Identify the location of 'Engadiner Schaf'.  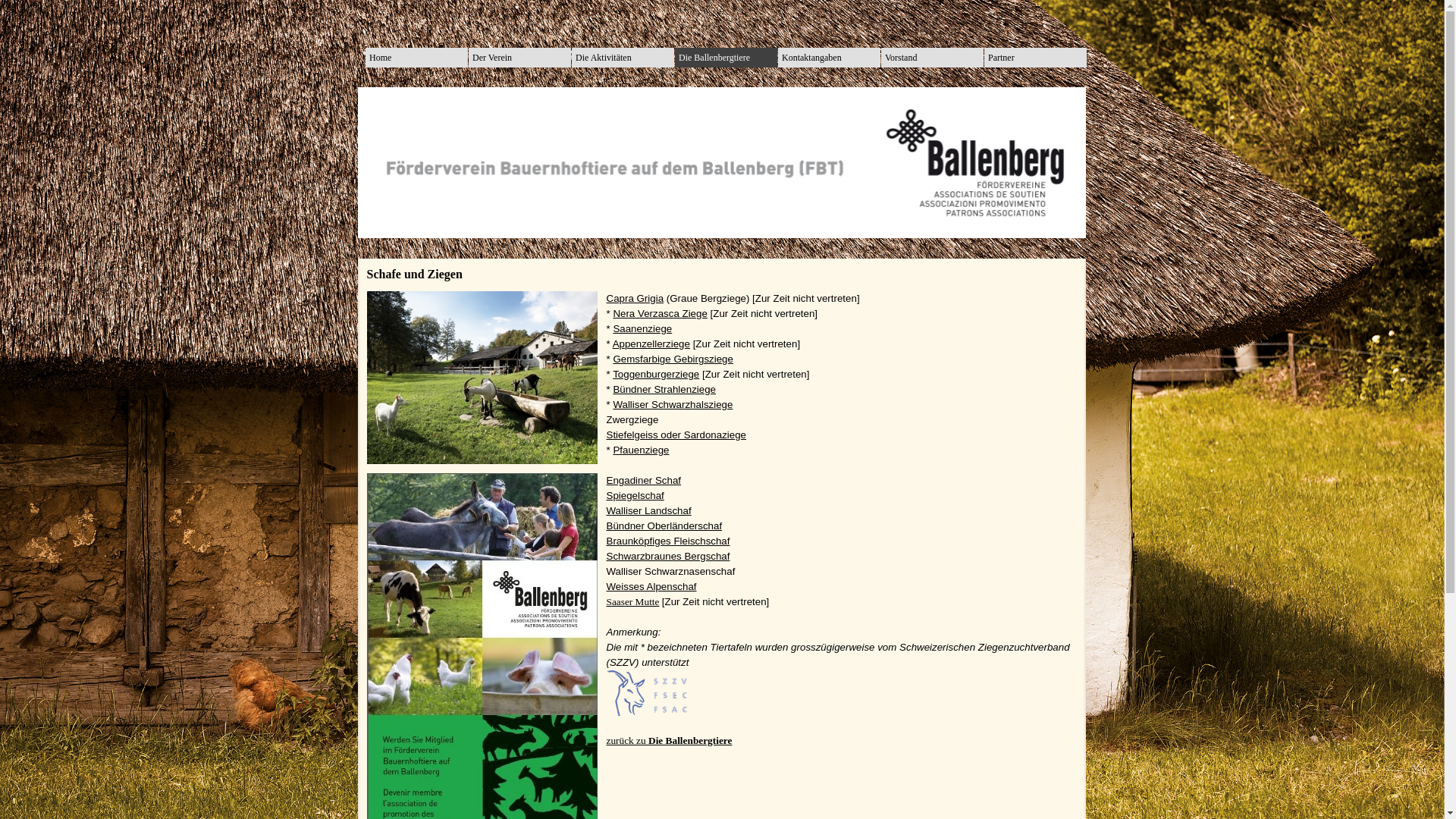
(607, 480).